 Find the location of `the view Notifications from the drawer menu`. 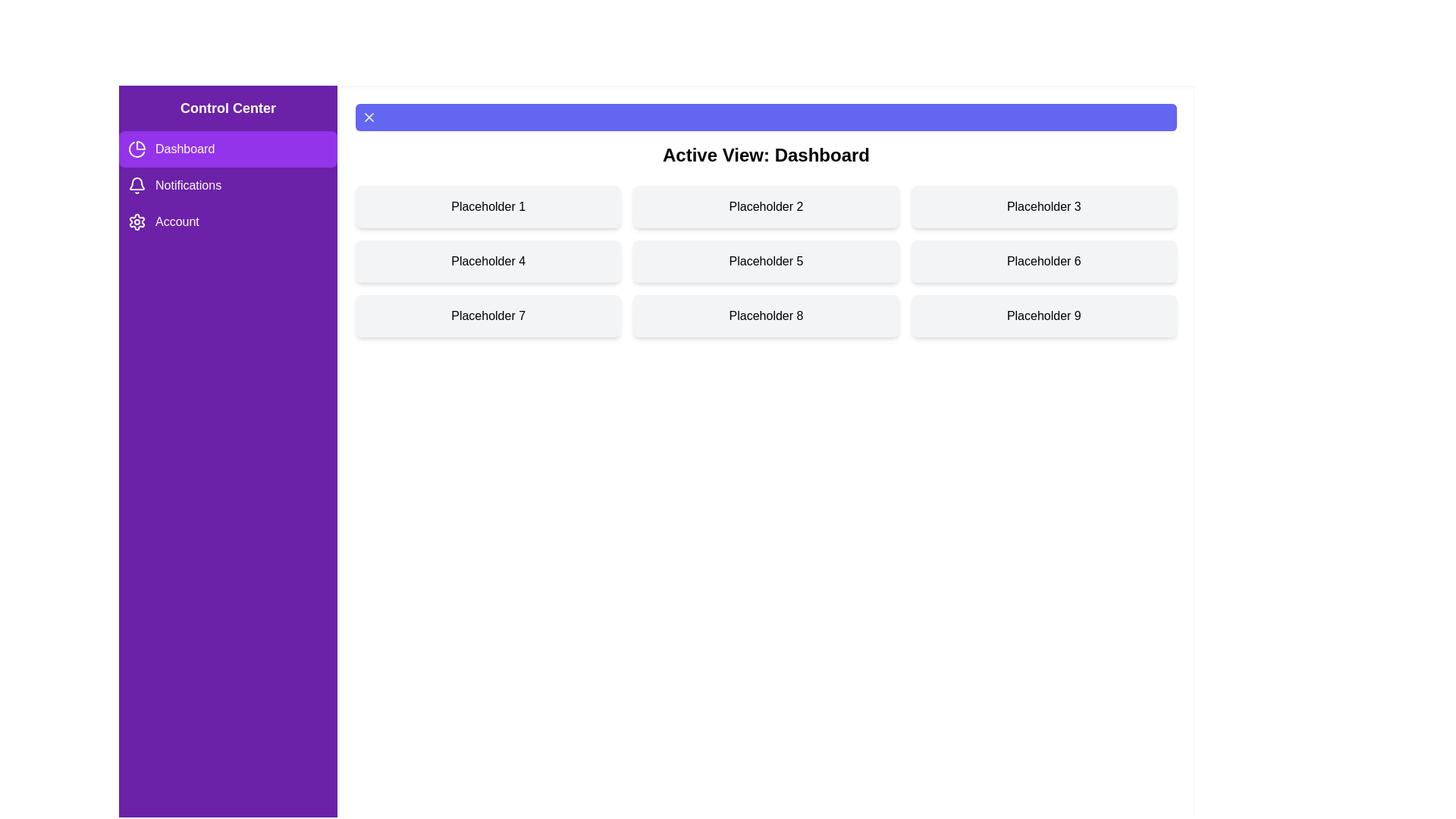

the view Notifications from the drawer menu is located at coordinates (227, 185).